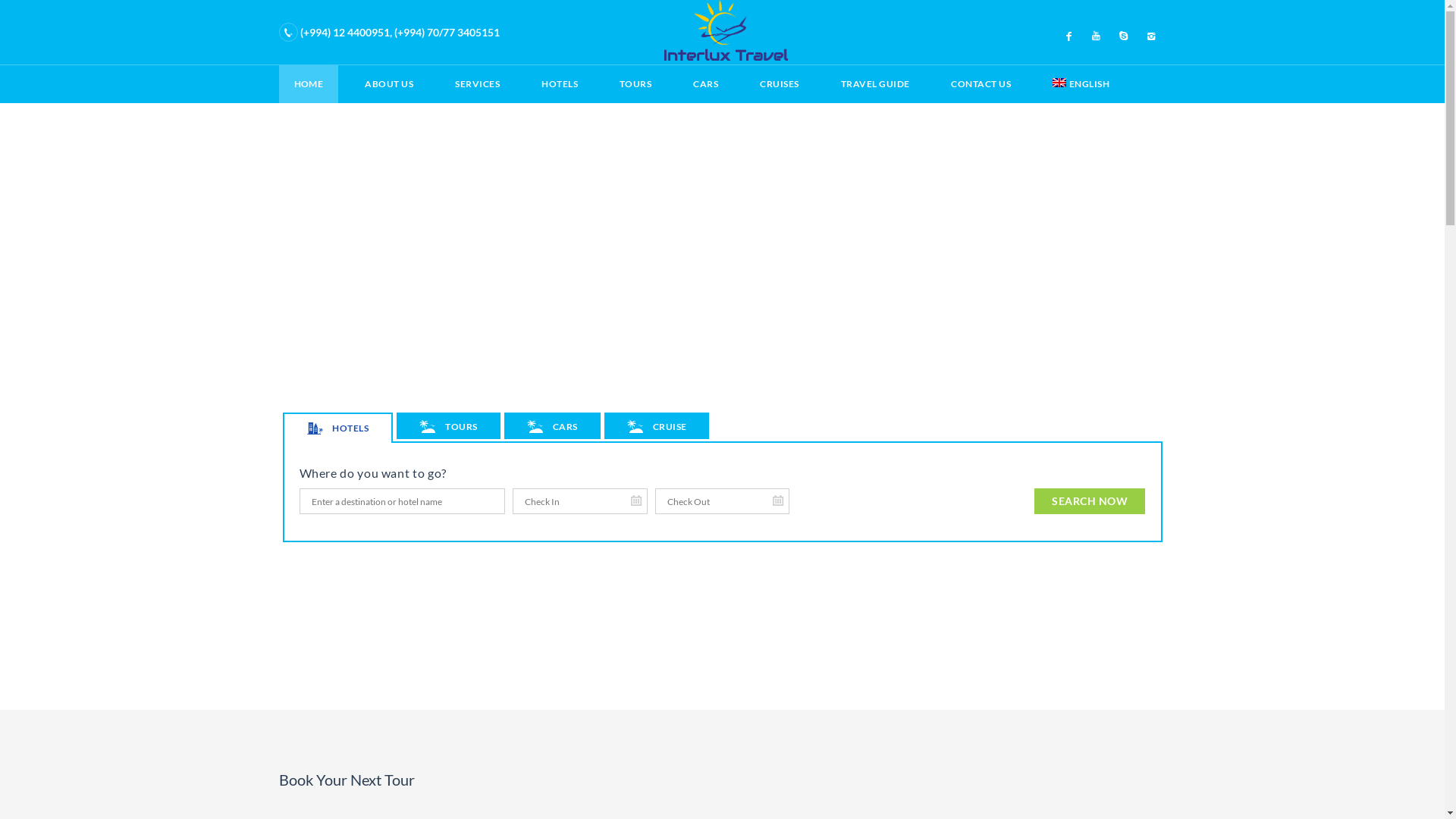  What do you see at coordinates (1068, 34) in the screenshot?
I see `'facebook'` at bounding box center [1068, 34].